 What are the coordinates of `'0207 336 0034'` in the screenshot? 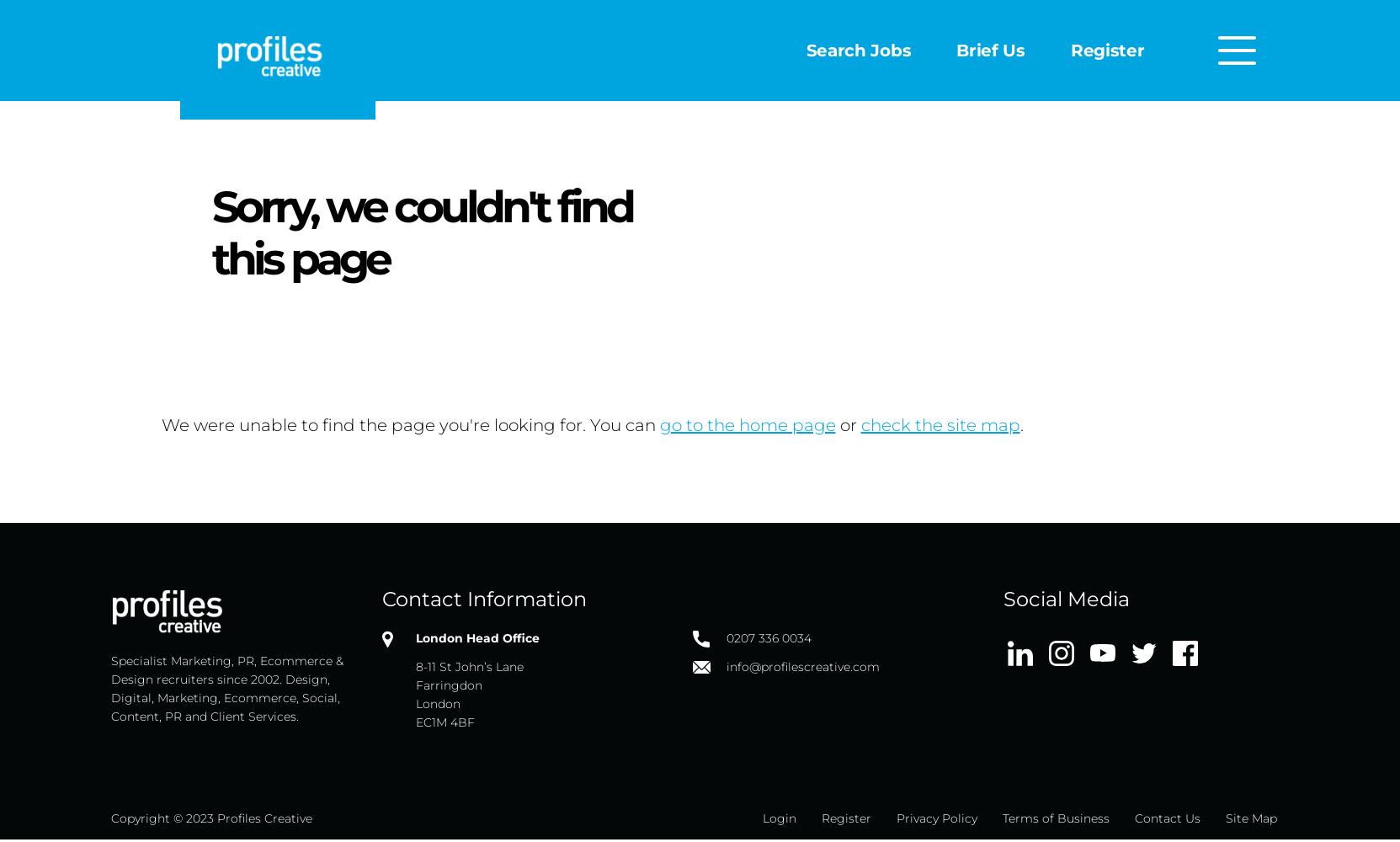 It's located at (725, 638).